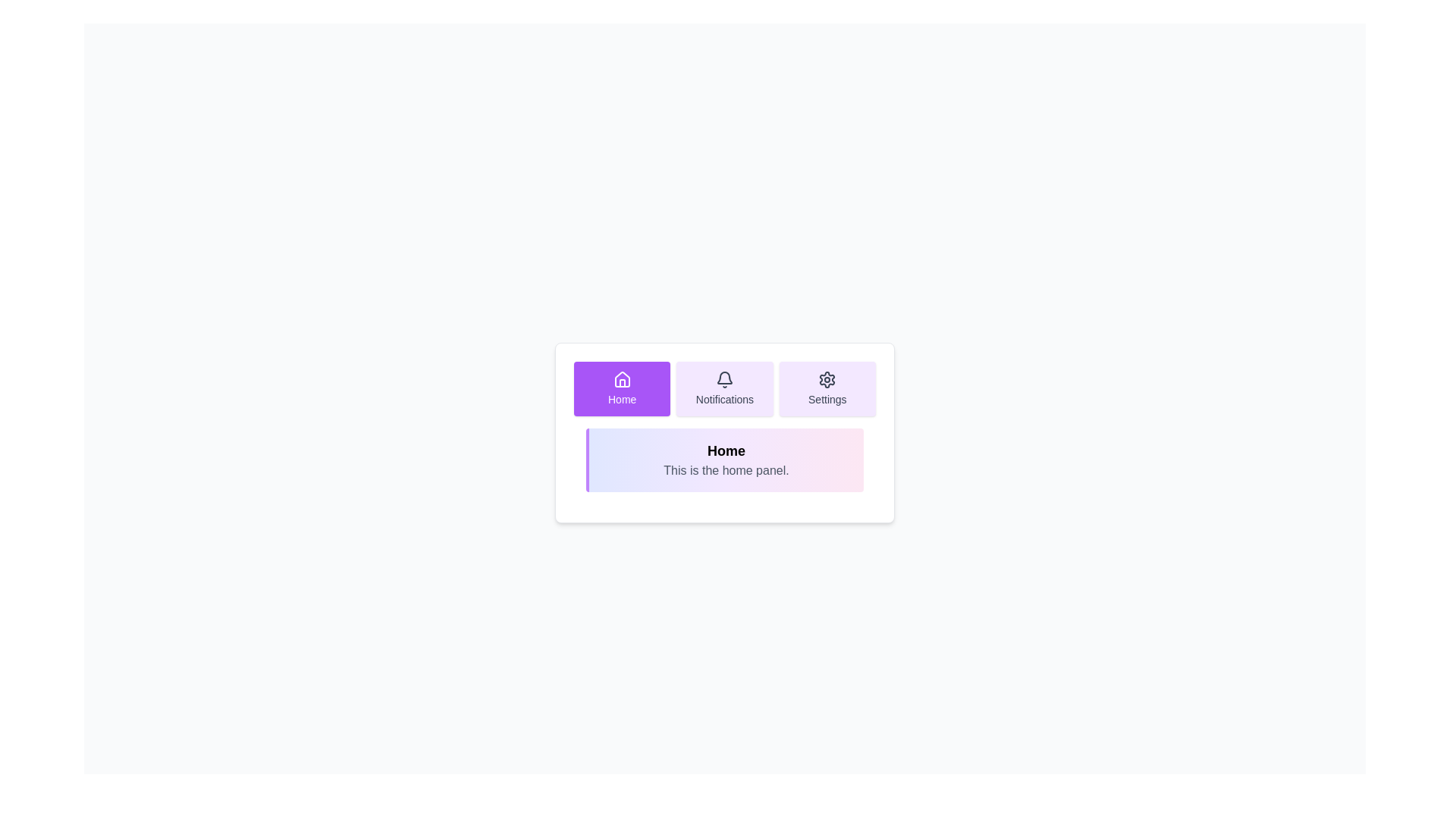  I want to click on label that describes the 'Settings' button, located at the bottom of the third clickable card in a row of three cards labeled 'Home', 'Notifications', and 'Settings', so click(827, 399).